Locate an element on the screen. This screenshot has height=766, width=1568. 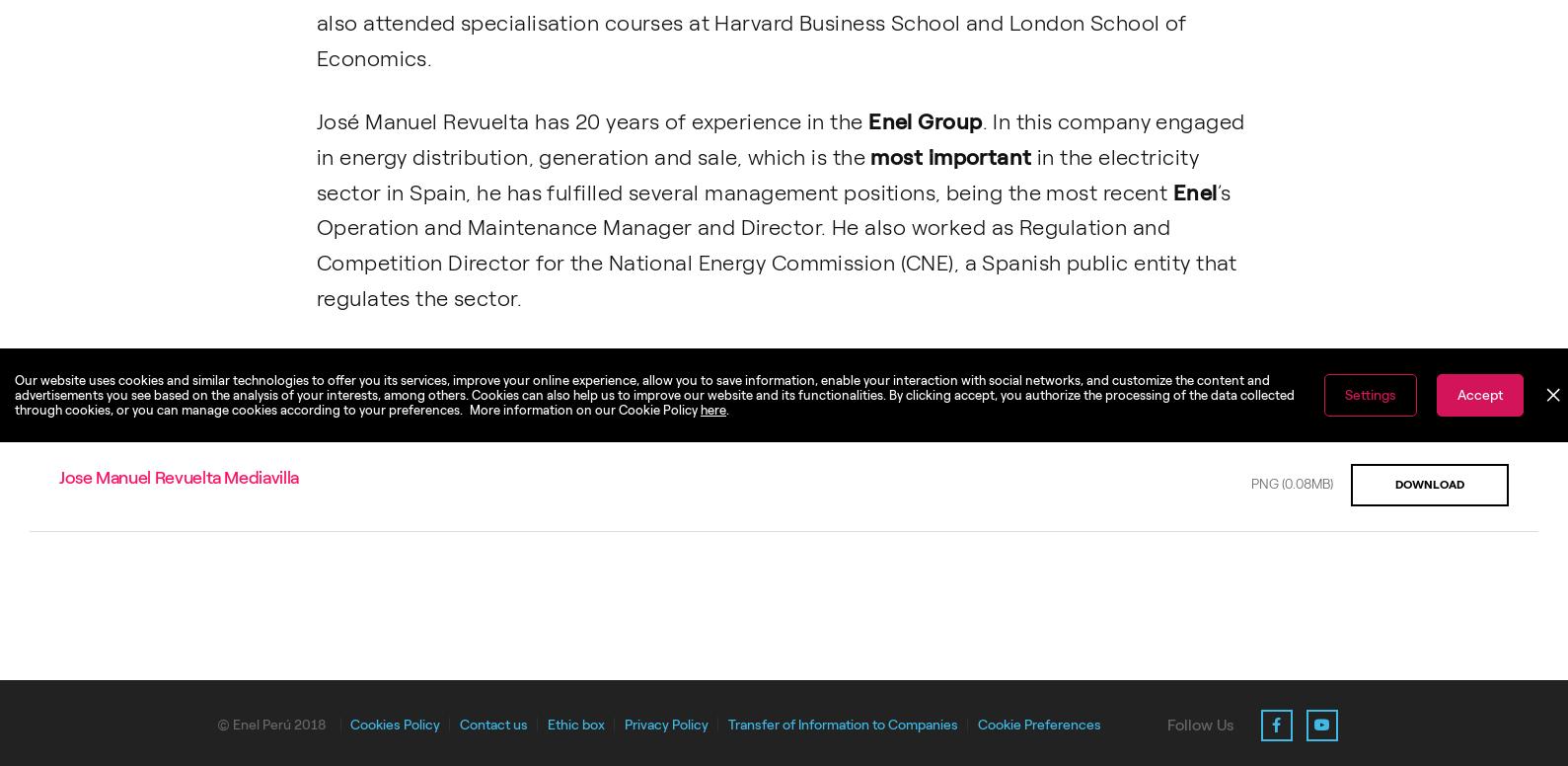
'Ethic box' is located at coordinates (574, 723).